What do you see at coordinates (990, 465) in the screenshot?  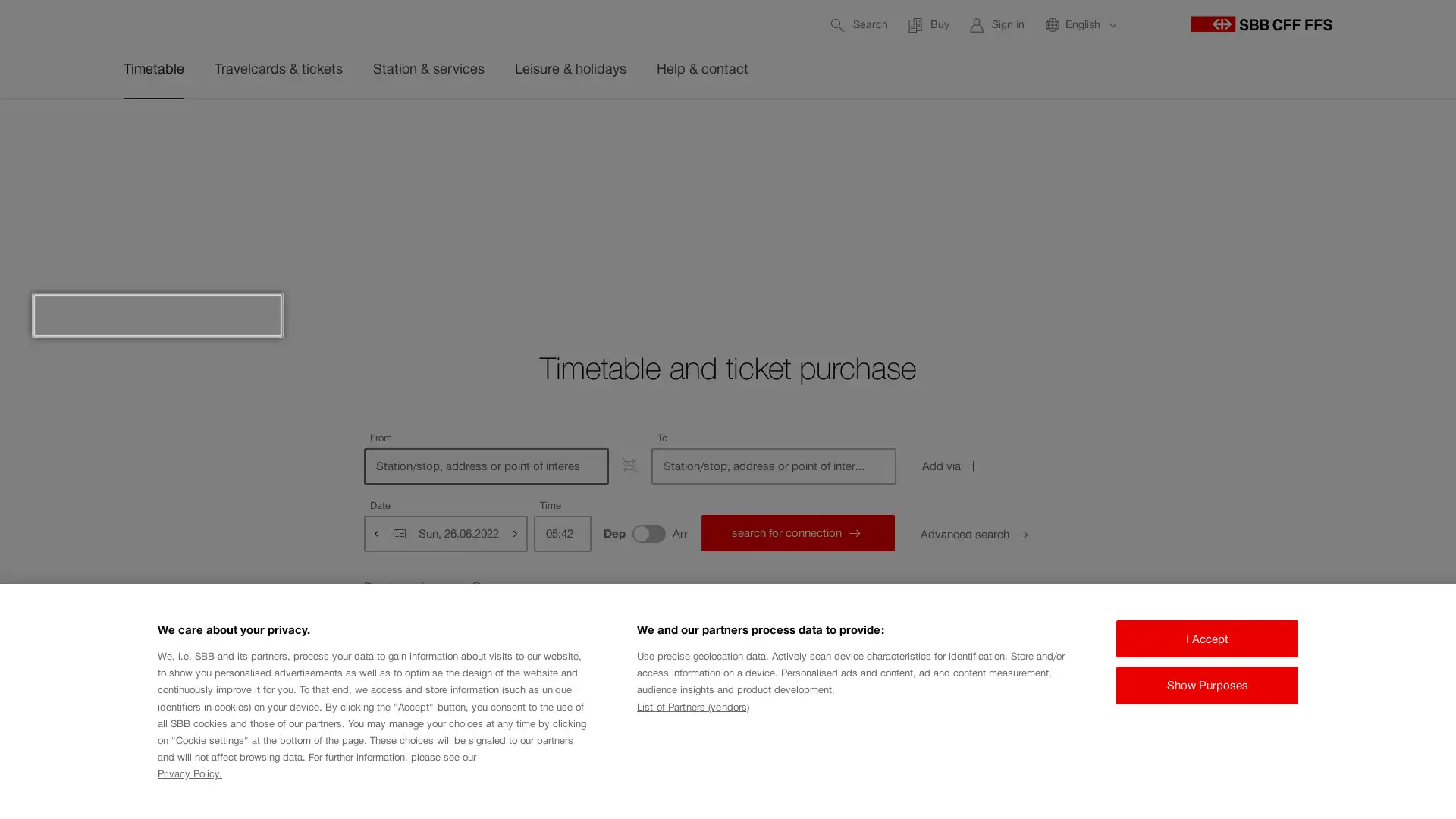 I see `Add via` at bounding box center [990, 465].